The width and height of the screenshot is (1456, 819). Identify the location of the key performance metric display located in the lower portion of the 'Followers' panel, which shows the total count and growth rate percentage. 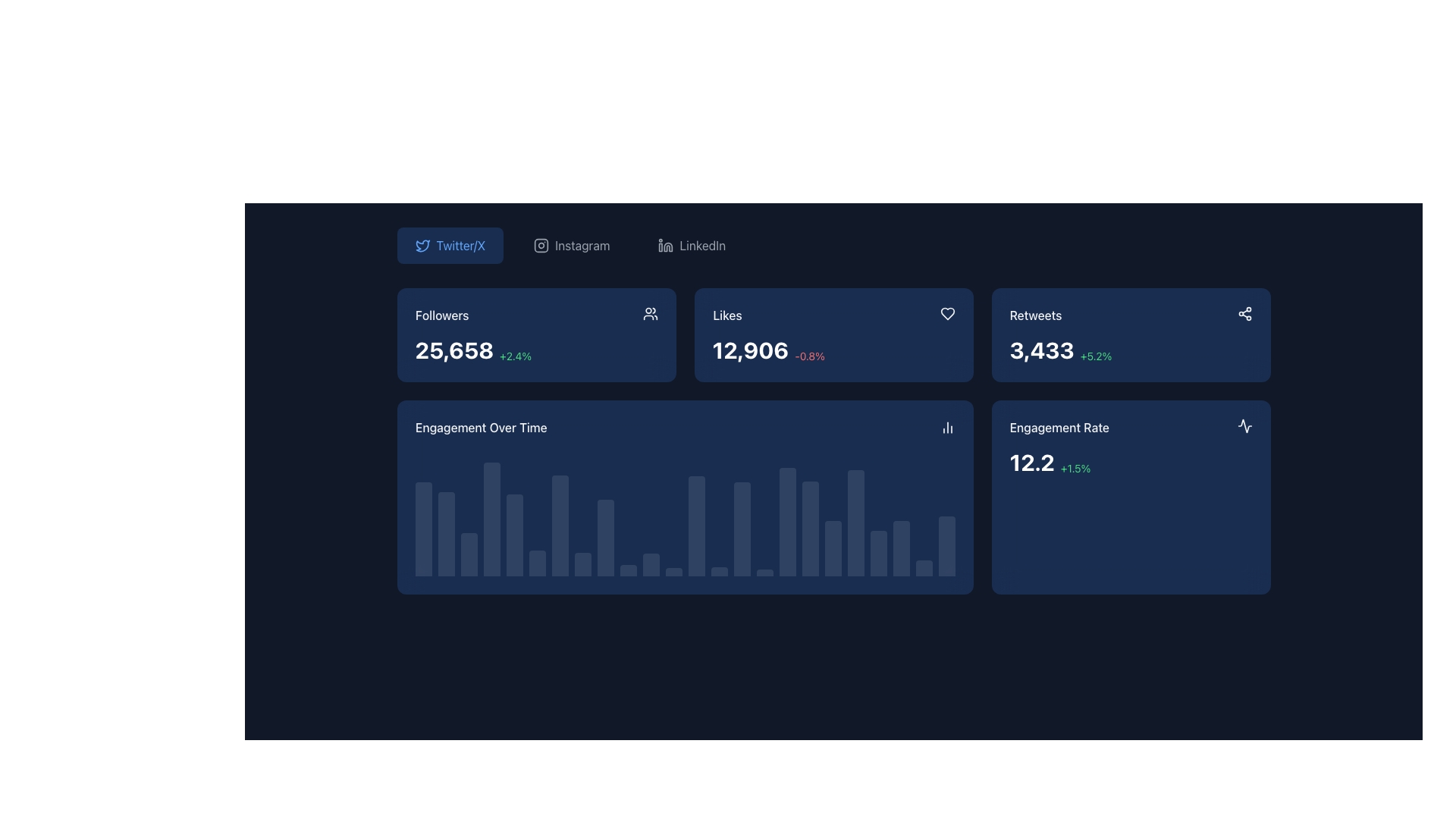
(536, 350).